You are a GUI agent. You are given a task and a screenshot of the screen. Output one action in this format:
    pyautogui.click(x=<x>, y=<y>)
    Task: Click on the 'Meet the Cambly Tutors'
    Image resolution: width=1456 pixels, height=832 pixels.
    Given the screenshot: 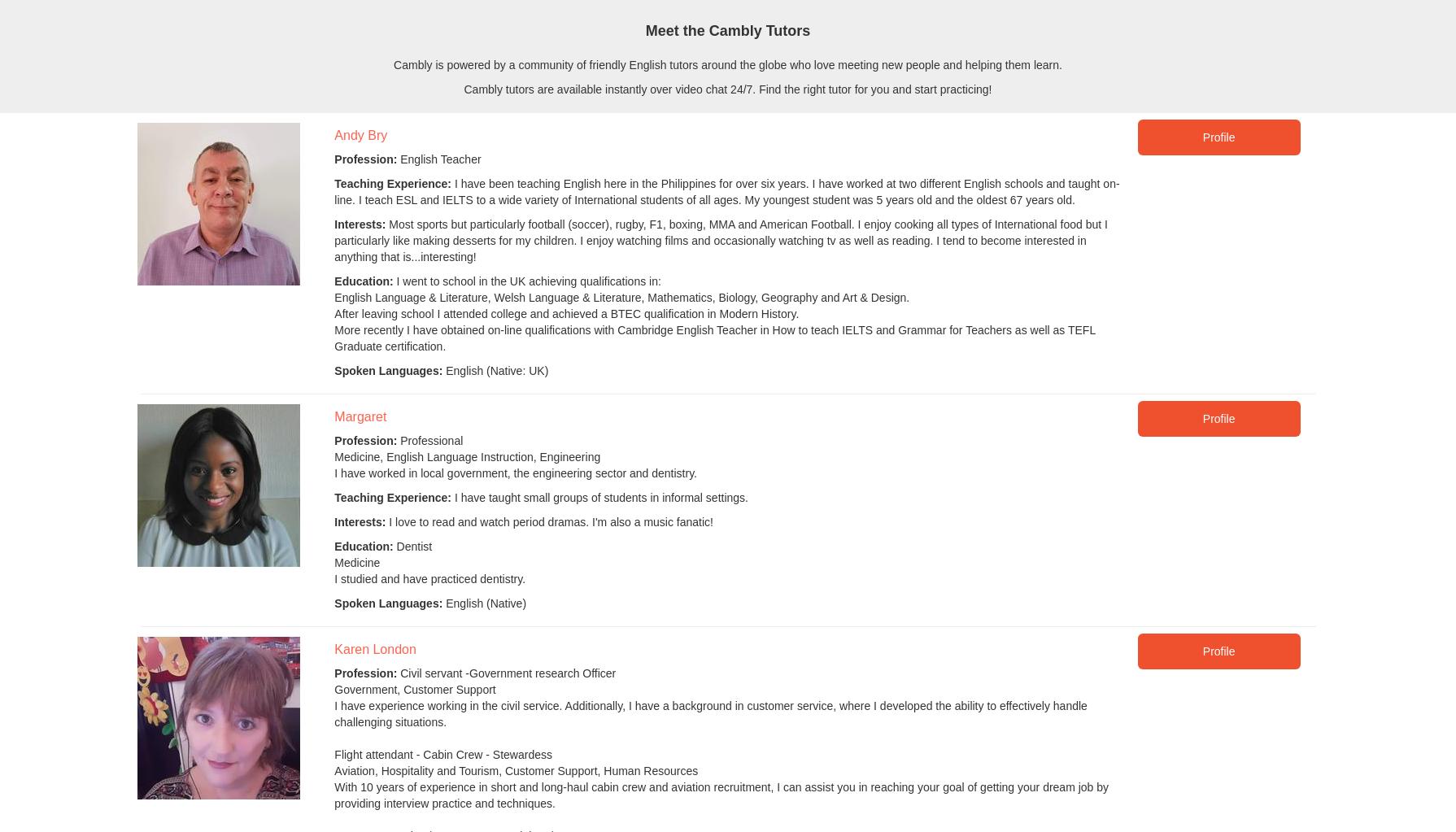 What is the action you would take?
    pyautogui.click(x=726, y=30)
    